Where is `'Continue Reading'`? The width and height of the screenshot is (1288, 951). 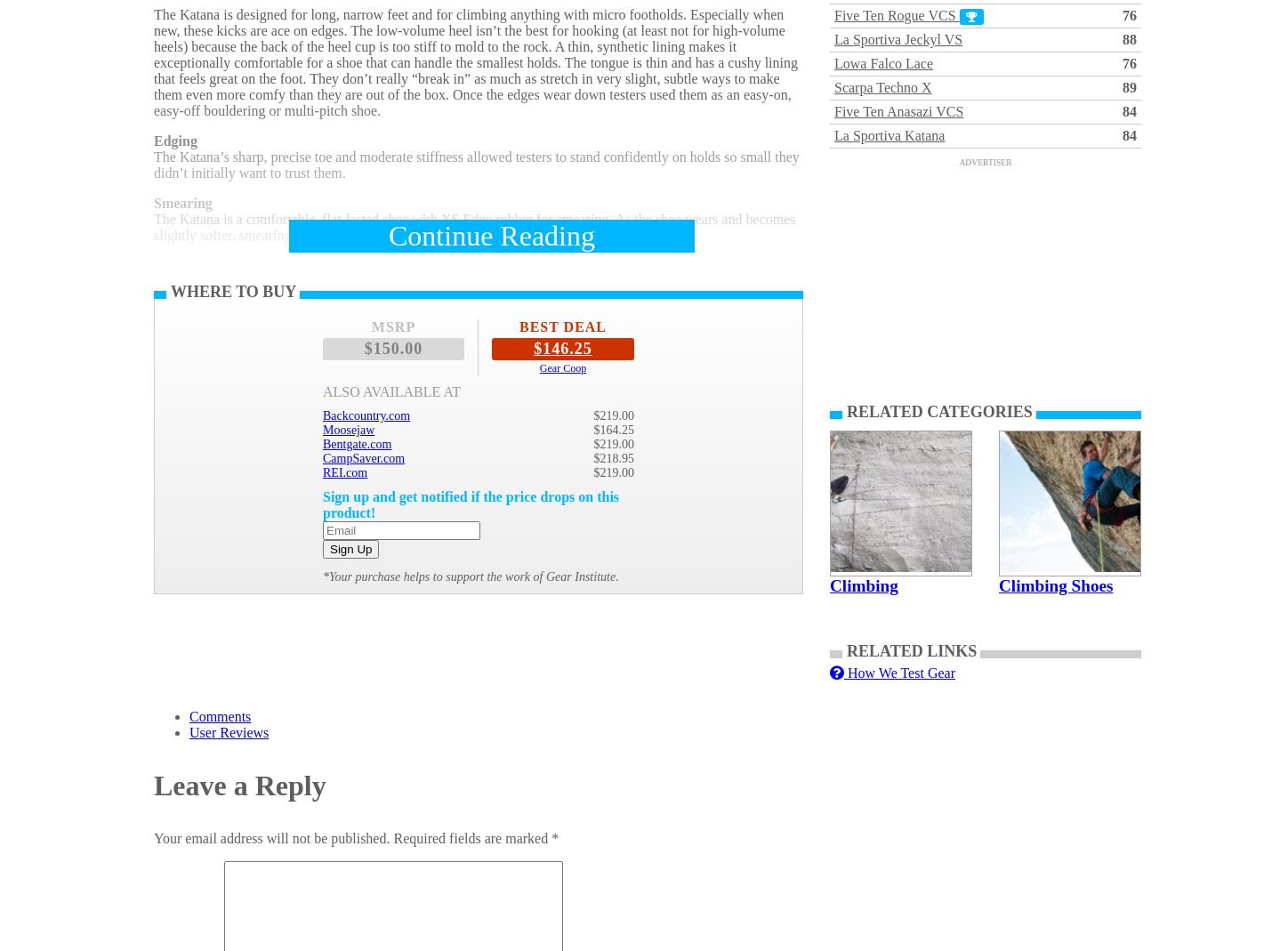 'Continue Reading' is located at coordinates (491, 235).